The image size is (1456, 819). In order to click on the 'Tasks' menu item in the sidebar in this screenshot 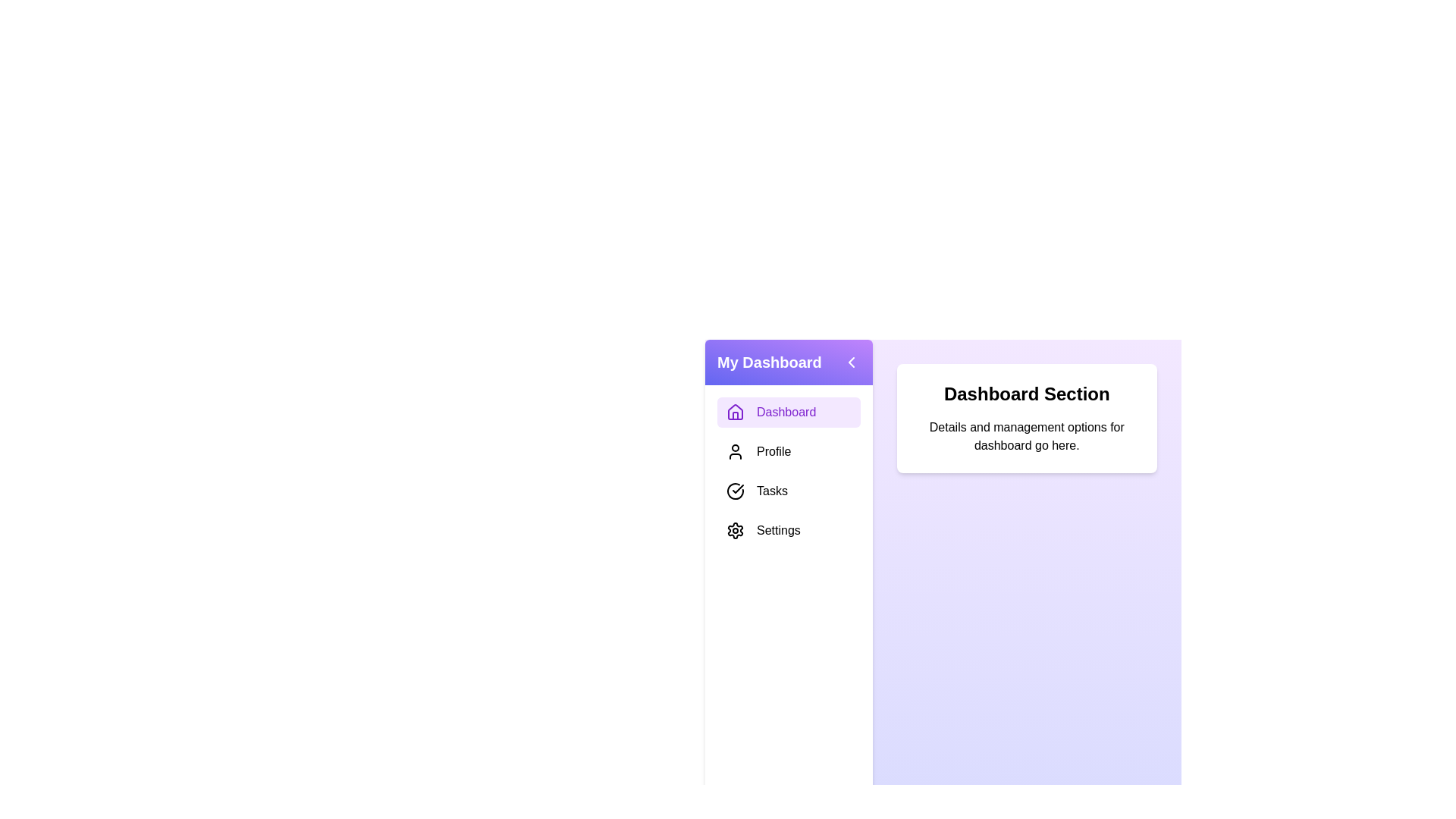, I will do `click(789, 491)`.